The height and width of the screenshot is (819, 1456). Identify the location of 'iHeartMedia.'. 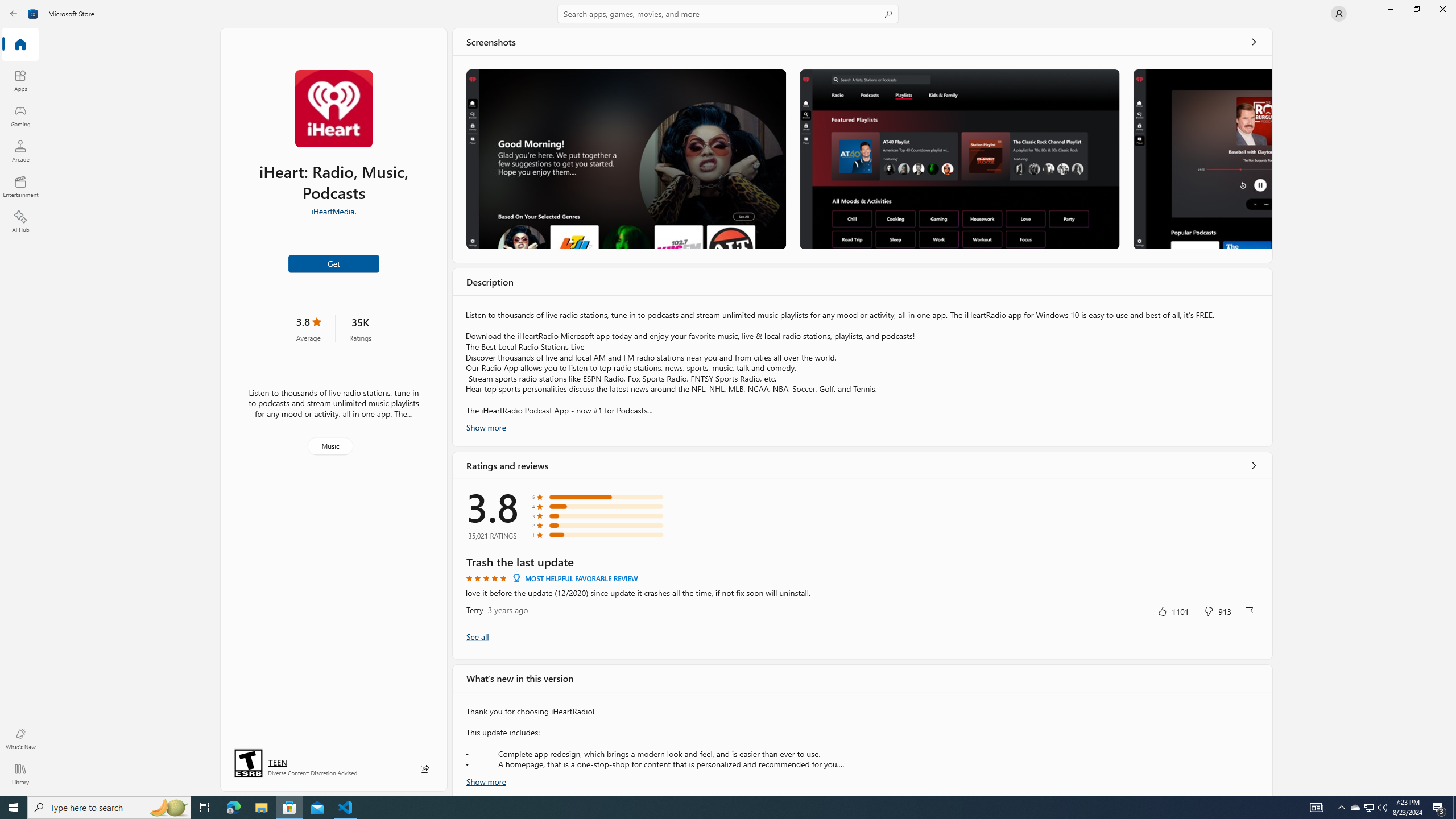
(334, 210).